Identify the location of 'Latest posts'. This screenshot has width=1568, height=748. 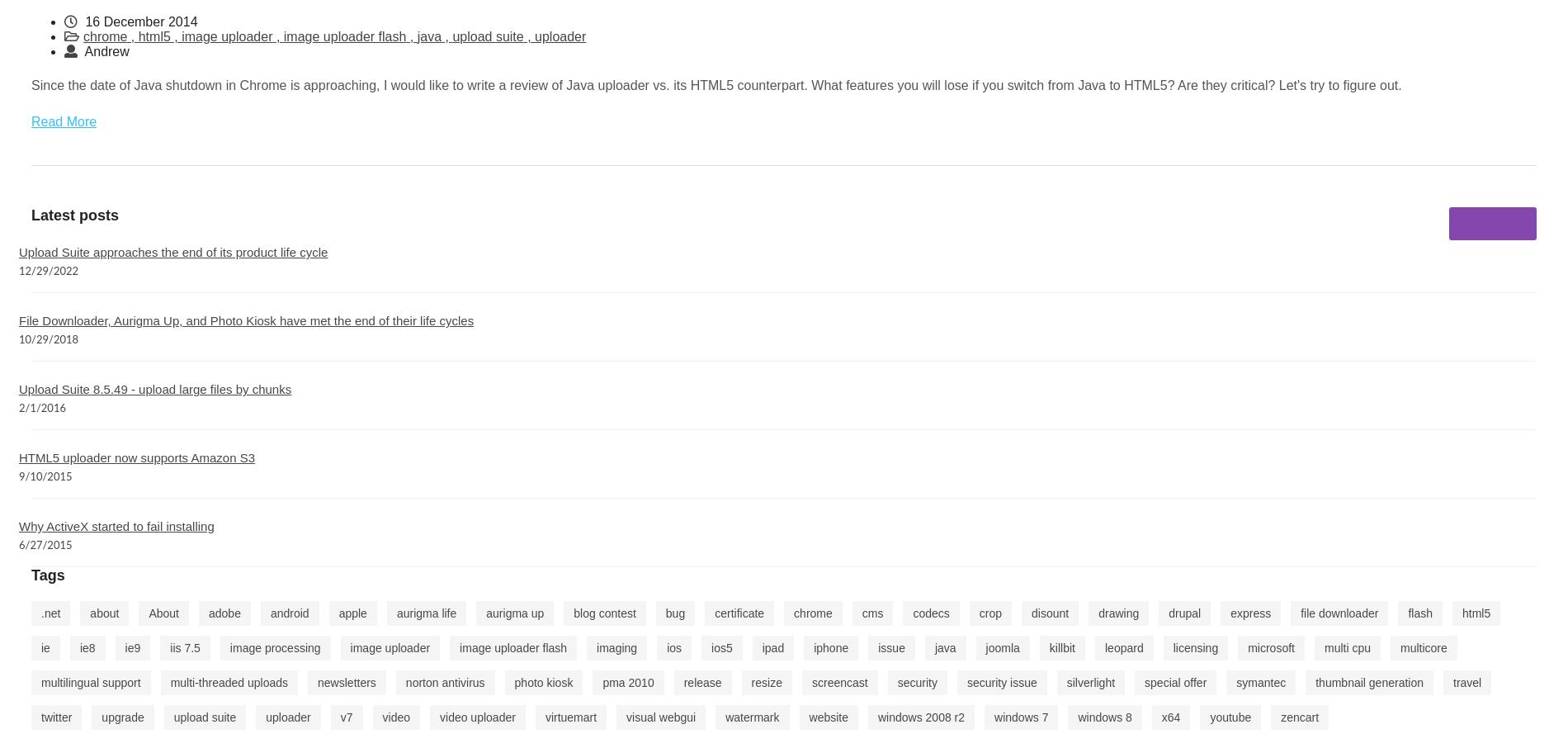
(75, 215).